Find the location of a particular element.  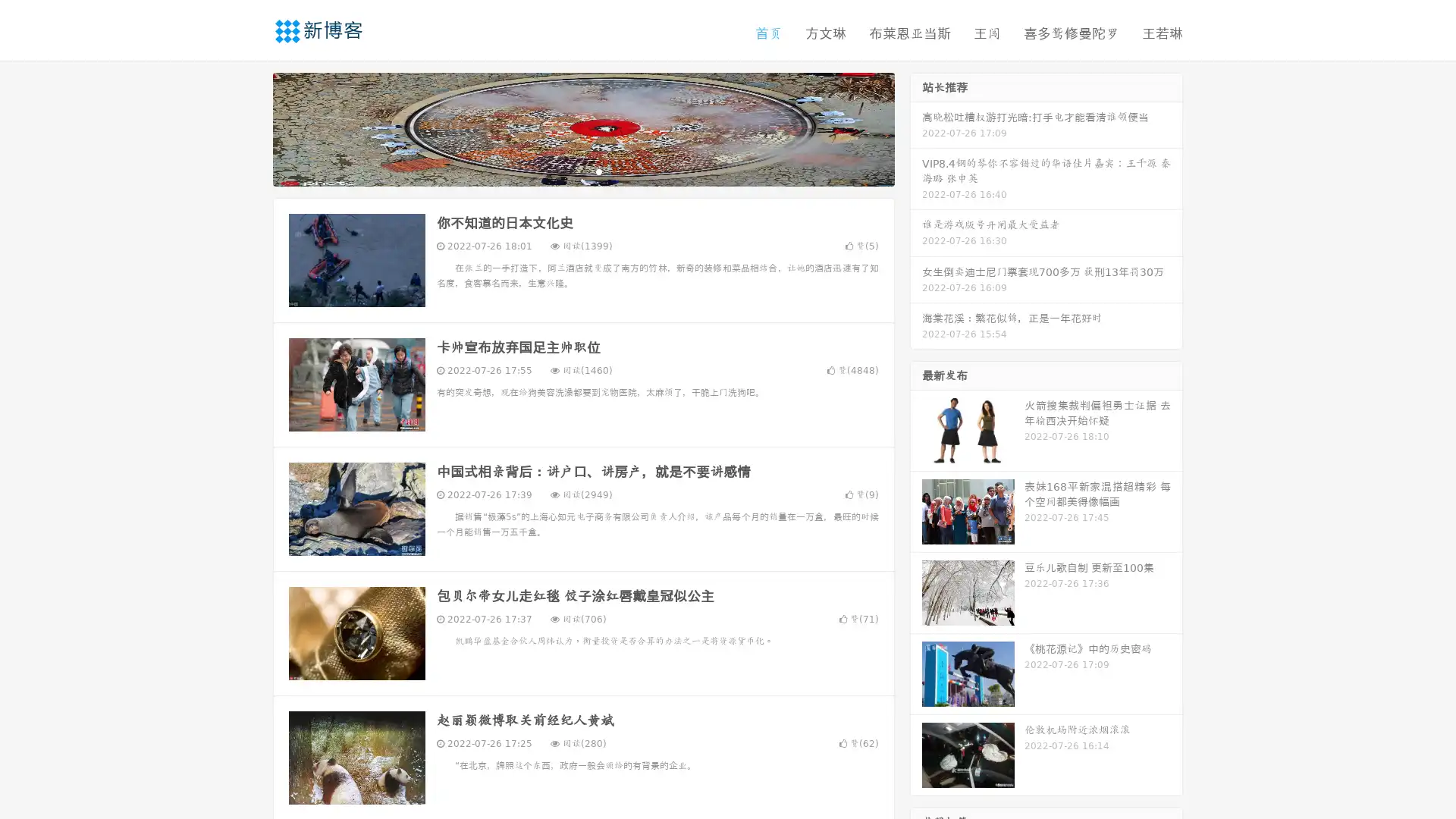

Previous slide is located at coordinates (250, 127).